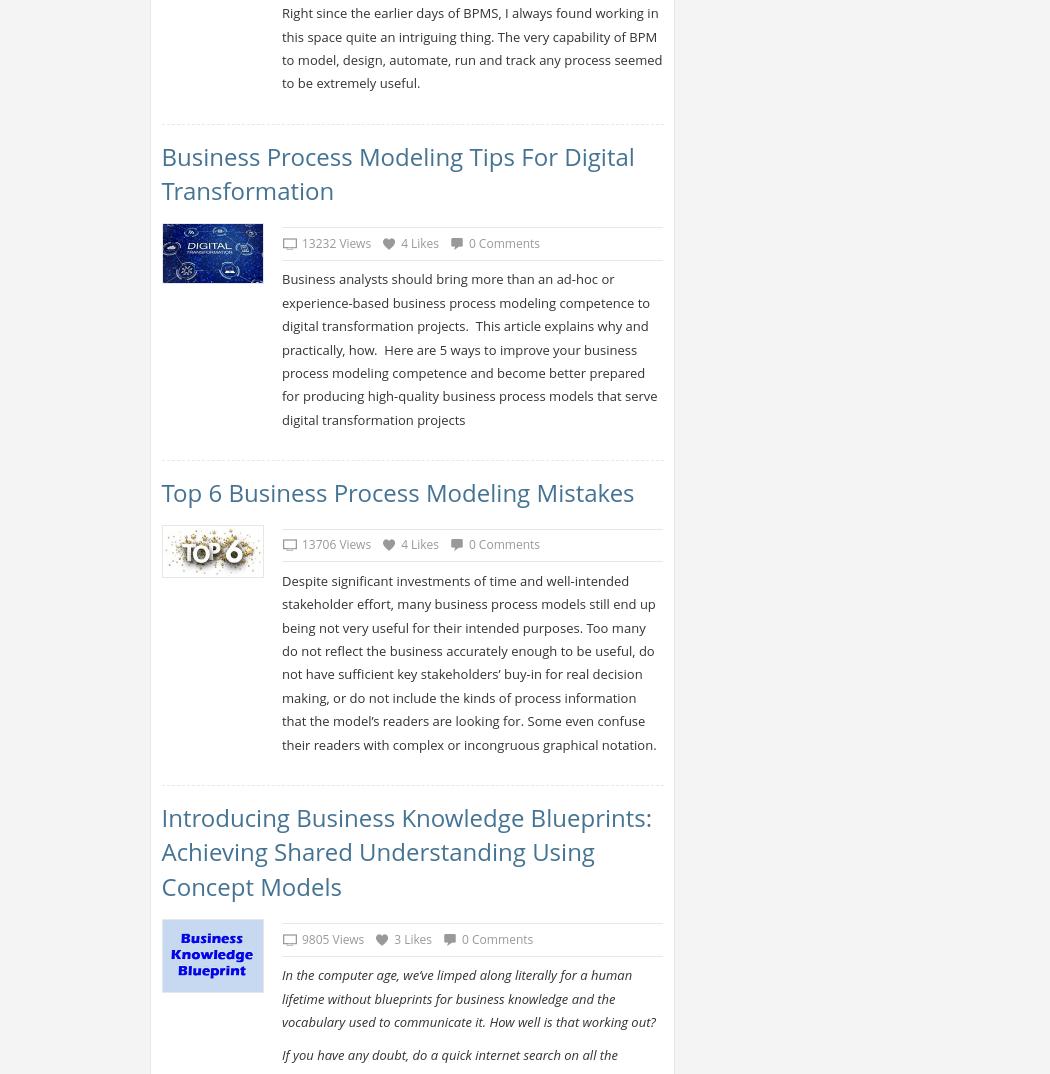  What do you see at coordinates (471, 47) in the screenshot?
I see `'Right since the earlier days of BPMS, I always found working in this space quite an intriguing thing. The very capability of BPM to model, design, automate, run and track any process seemed to be extremely useful.'` at bounding box center [471, 47].